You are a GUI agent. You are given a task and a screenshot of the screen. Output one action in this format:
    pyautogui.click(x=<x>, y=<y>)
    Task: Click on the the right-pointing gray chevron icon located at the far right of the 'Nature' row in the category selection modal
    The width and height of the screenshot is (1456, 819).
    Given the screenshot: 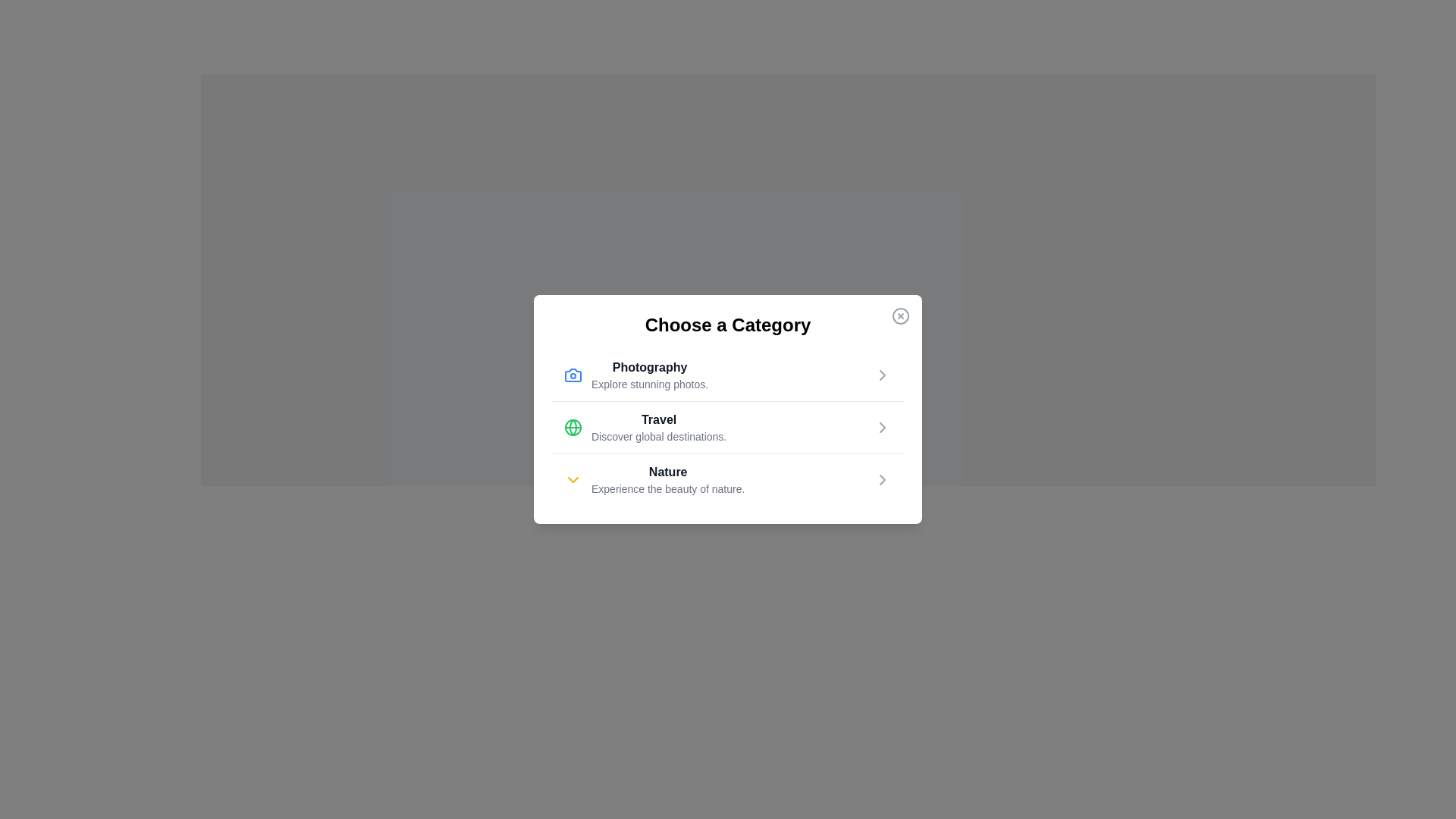 What is the action you would take?
    pyautogui.click(x=882, y=479)
    